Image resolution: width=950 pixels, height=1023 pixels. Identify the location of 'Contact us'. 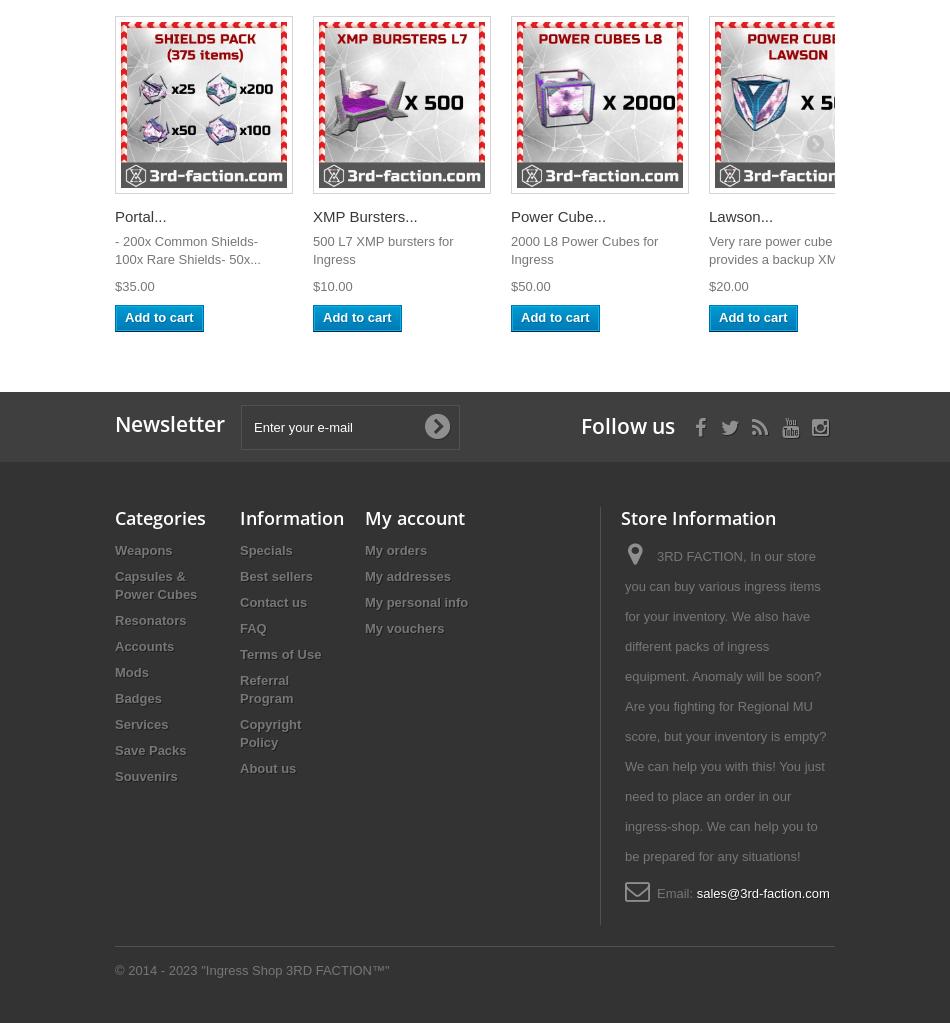
(272, 601).